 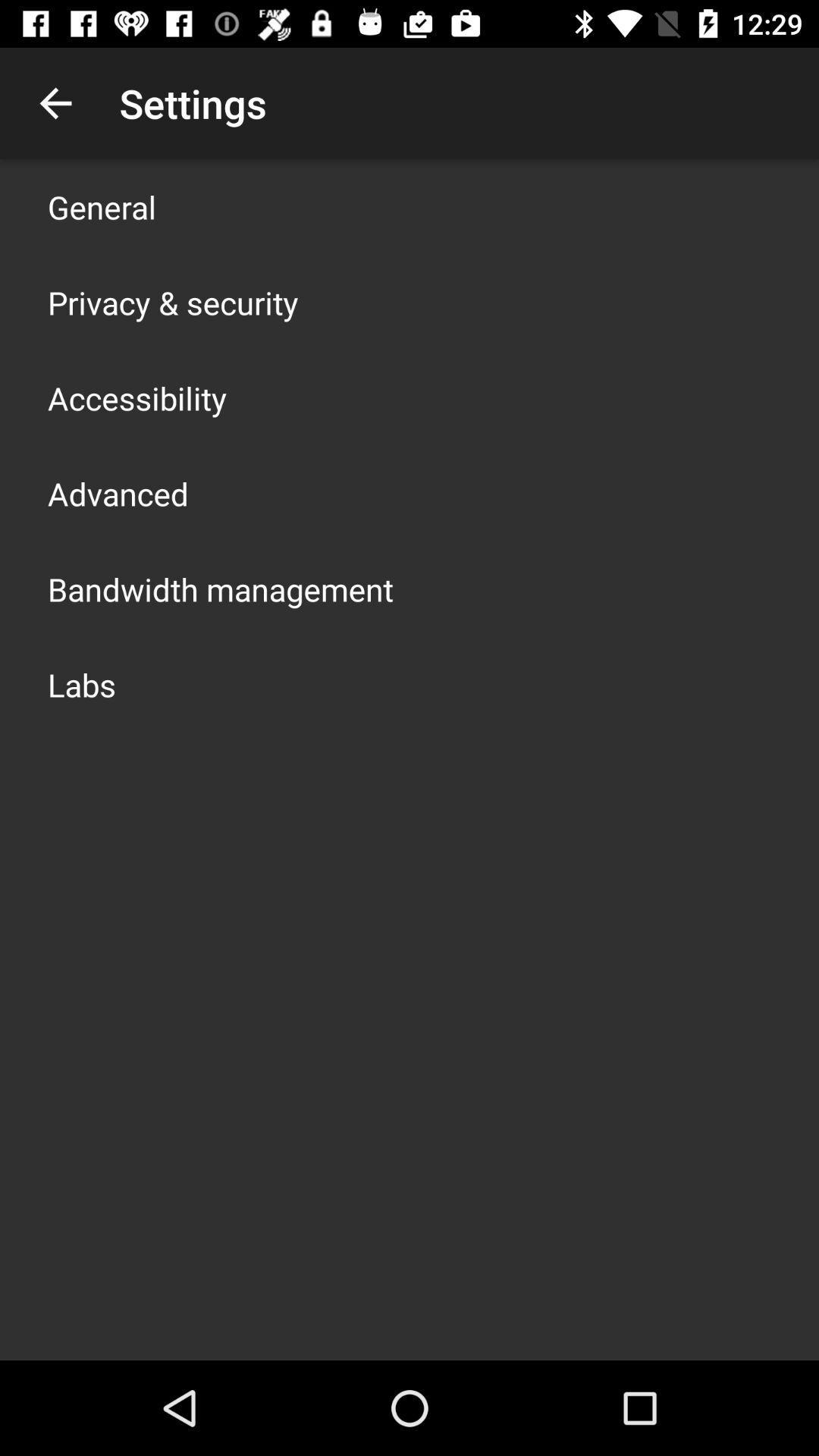 I want to click on item below general item, so click(x=172, y=302).